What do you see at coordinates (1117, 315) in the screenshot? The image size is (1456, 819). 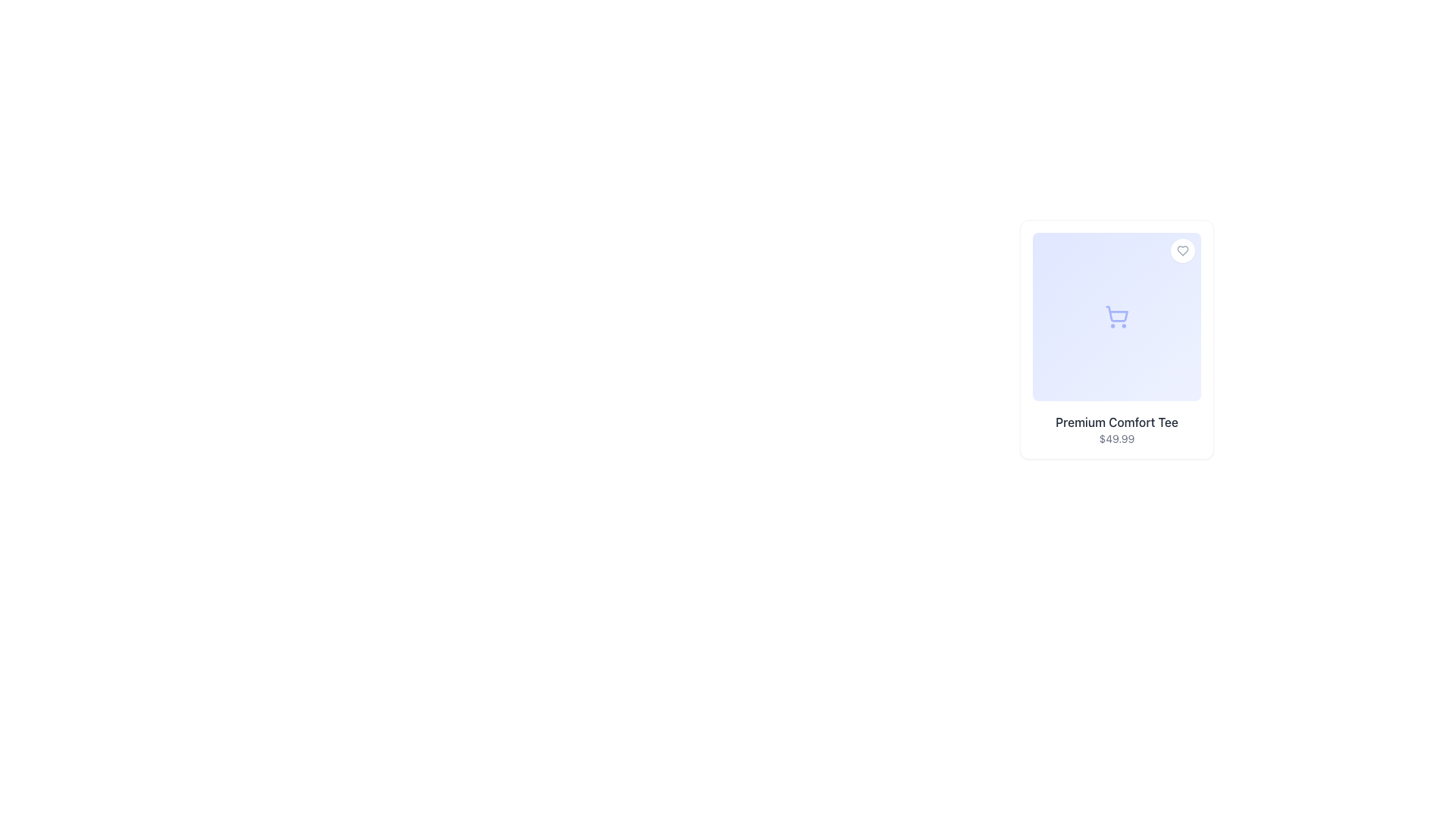 I see `the shopping cart icon located in the top-left corner of the product card for the 'Premium Comfort Tee'` at bounding box center [1117, 315].